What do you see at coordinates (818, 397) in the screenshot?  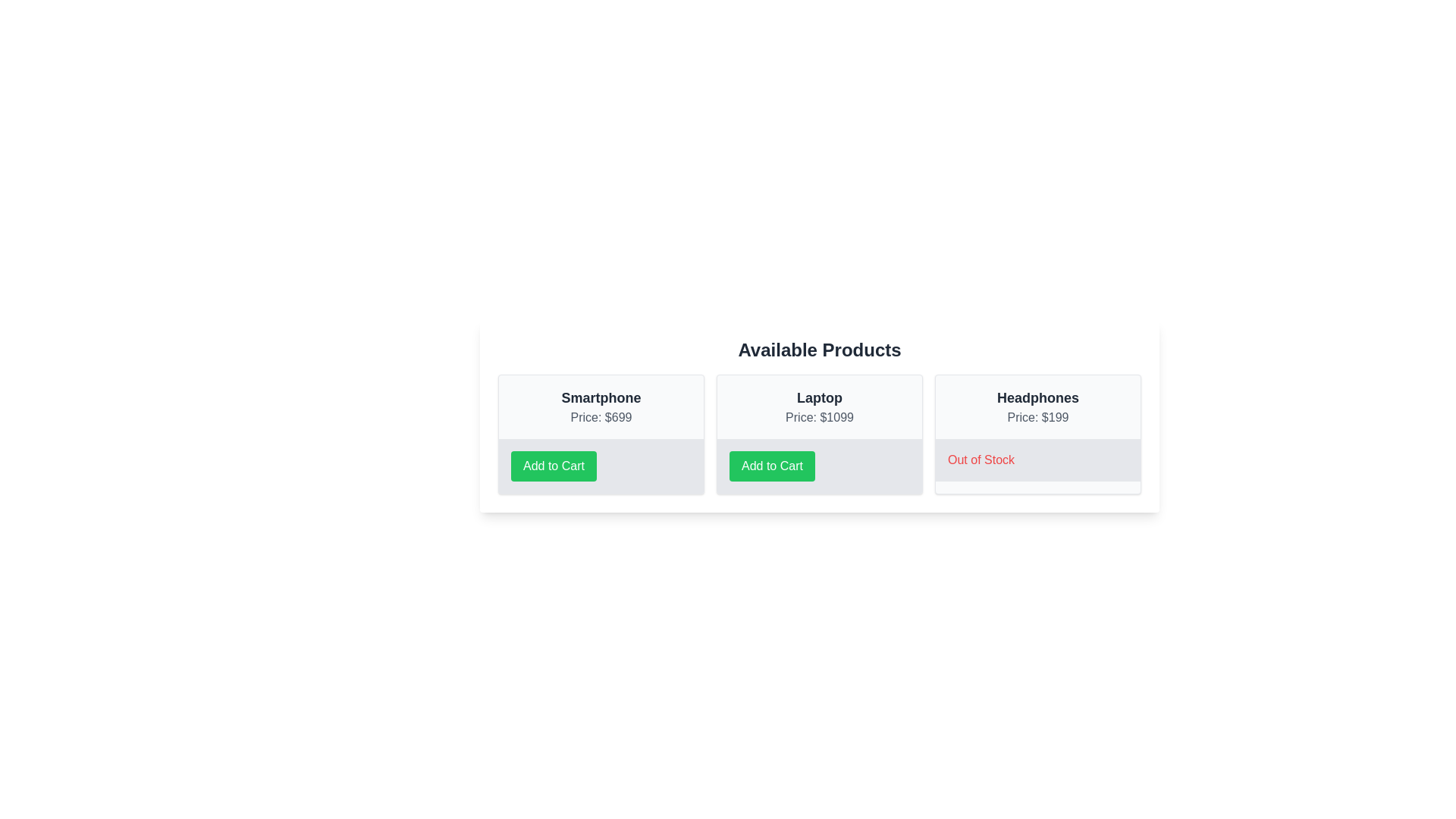 I see `the 'Laptop' text label, which serves as the title of the product and is located in the middle product card of the product list section` at bounding box center [818, 397].